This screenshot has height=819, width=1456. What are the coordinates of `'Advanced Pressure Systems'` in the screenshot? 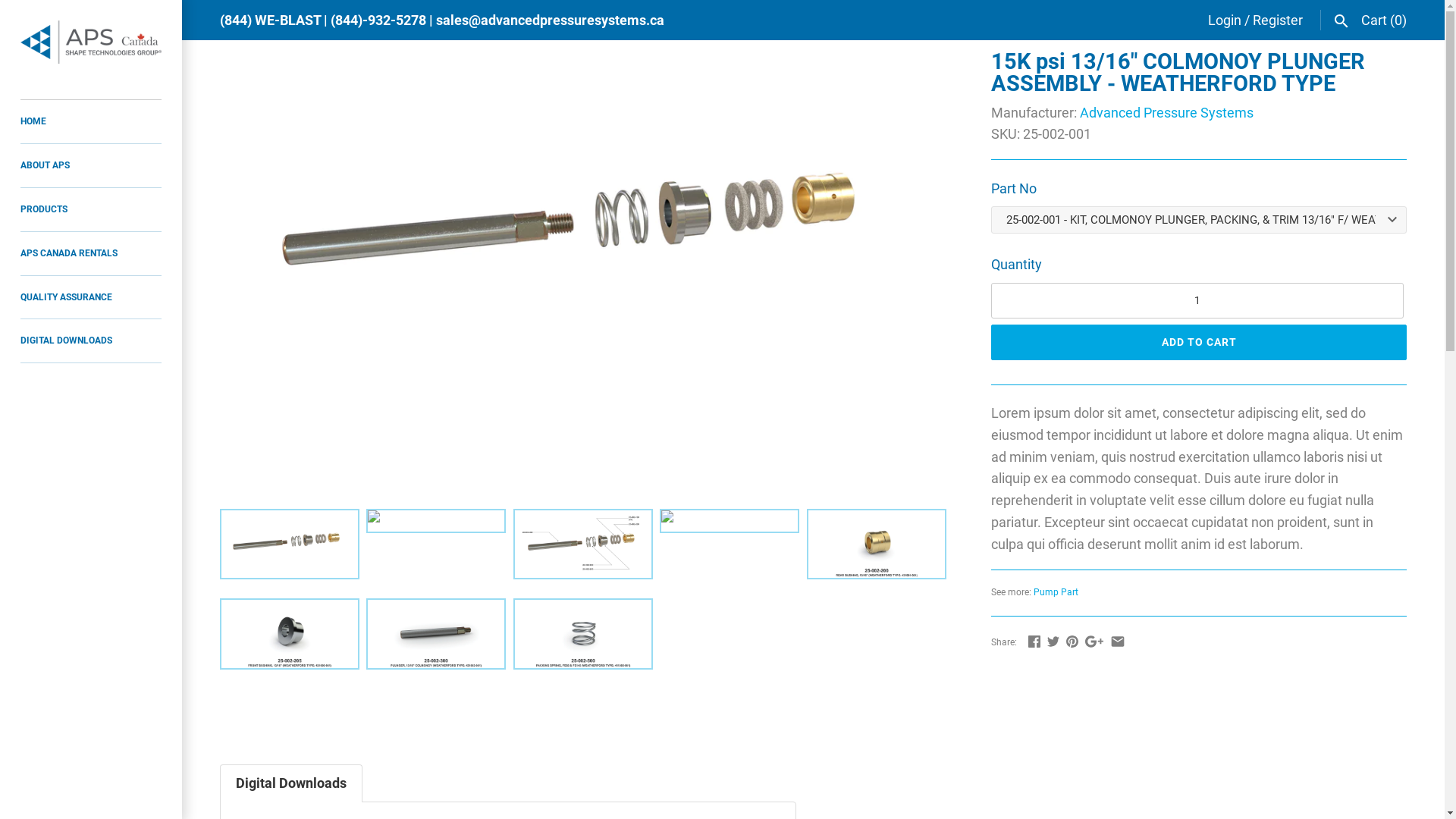 It's located at (1079, 111).